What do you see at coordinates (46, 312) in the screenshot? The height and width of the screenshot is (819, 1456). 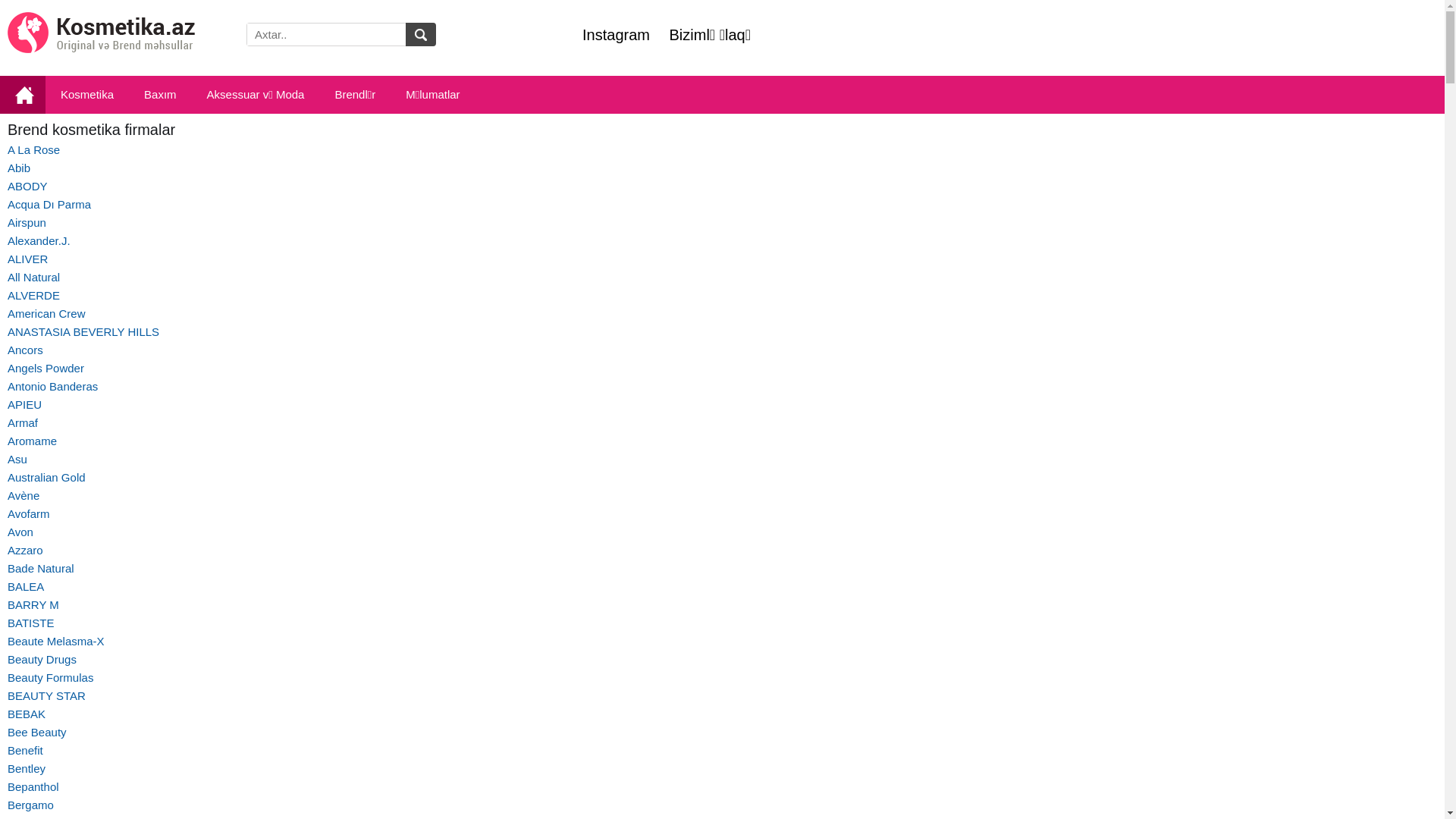 I see `'American Crew'` at bounding box center [46, 312].